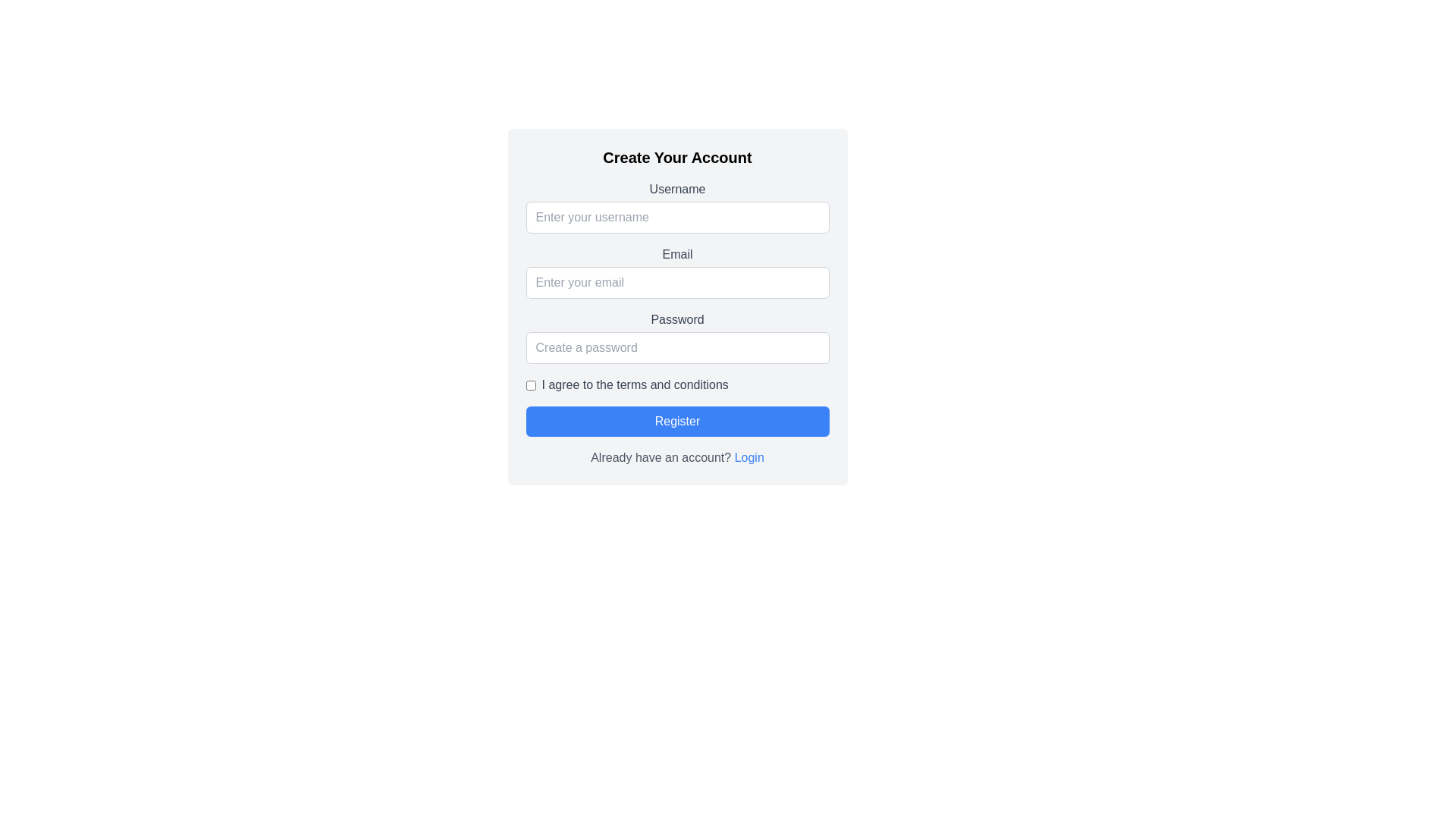 This screenshot has height=819, width=1456. Describe the element at coordinates (676, 457) in the screenshot. I see `text element that contains the message 'Already have an account? Login', which is styled with gray font and has a blue clickable link for 'Login'` at that location.